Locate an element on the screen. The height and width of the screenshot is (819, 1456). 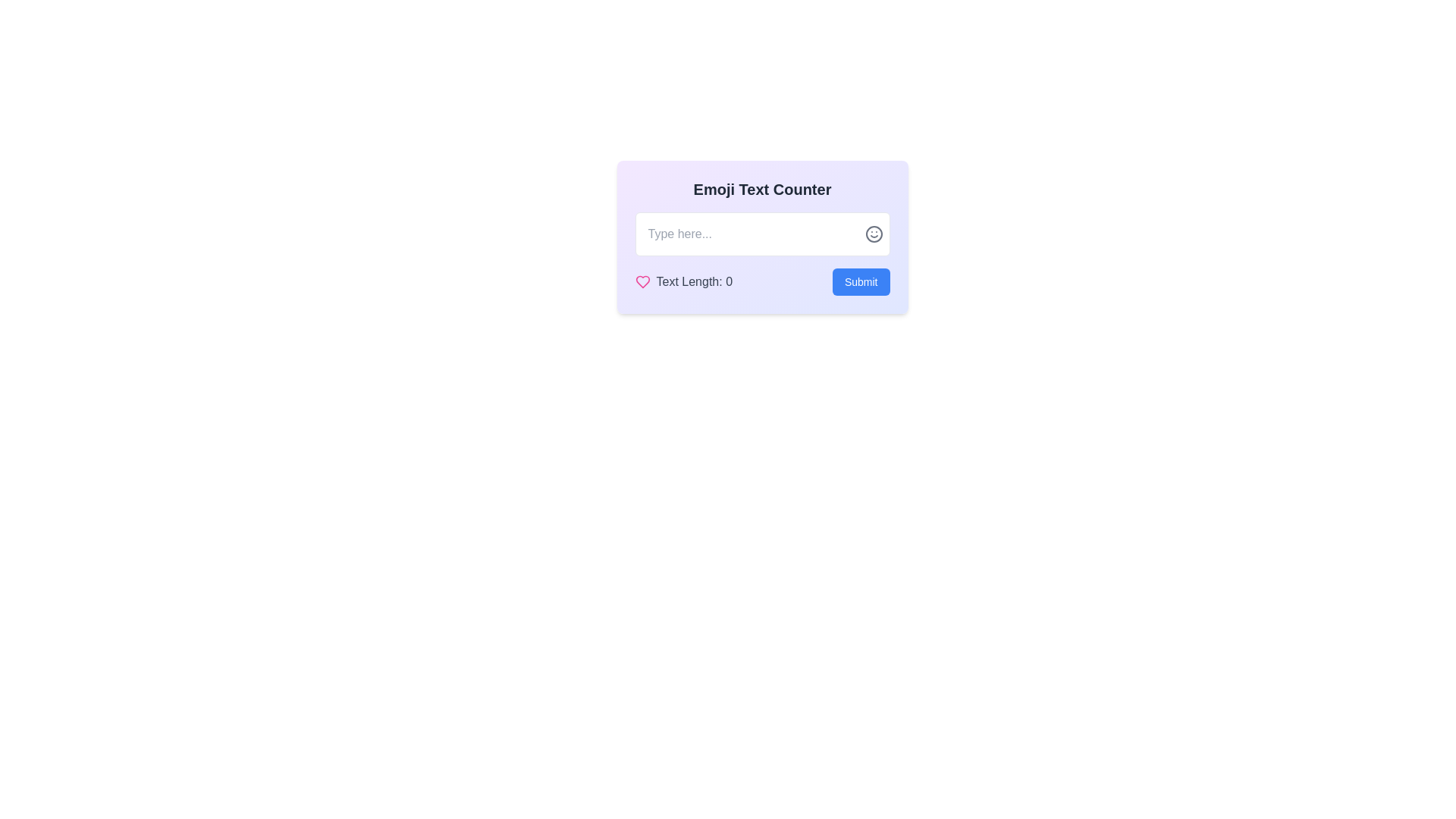
the pink heart icon, which is the leftmost element in a horizontal layout with the text 'Text Length: 0' to its right is located at coordinates (642, 281).